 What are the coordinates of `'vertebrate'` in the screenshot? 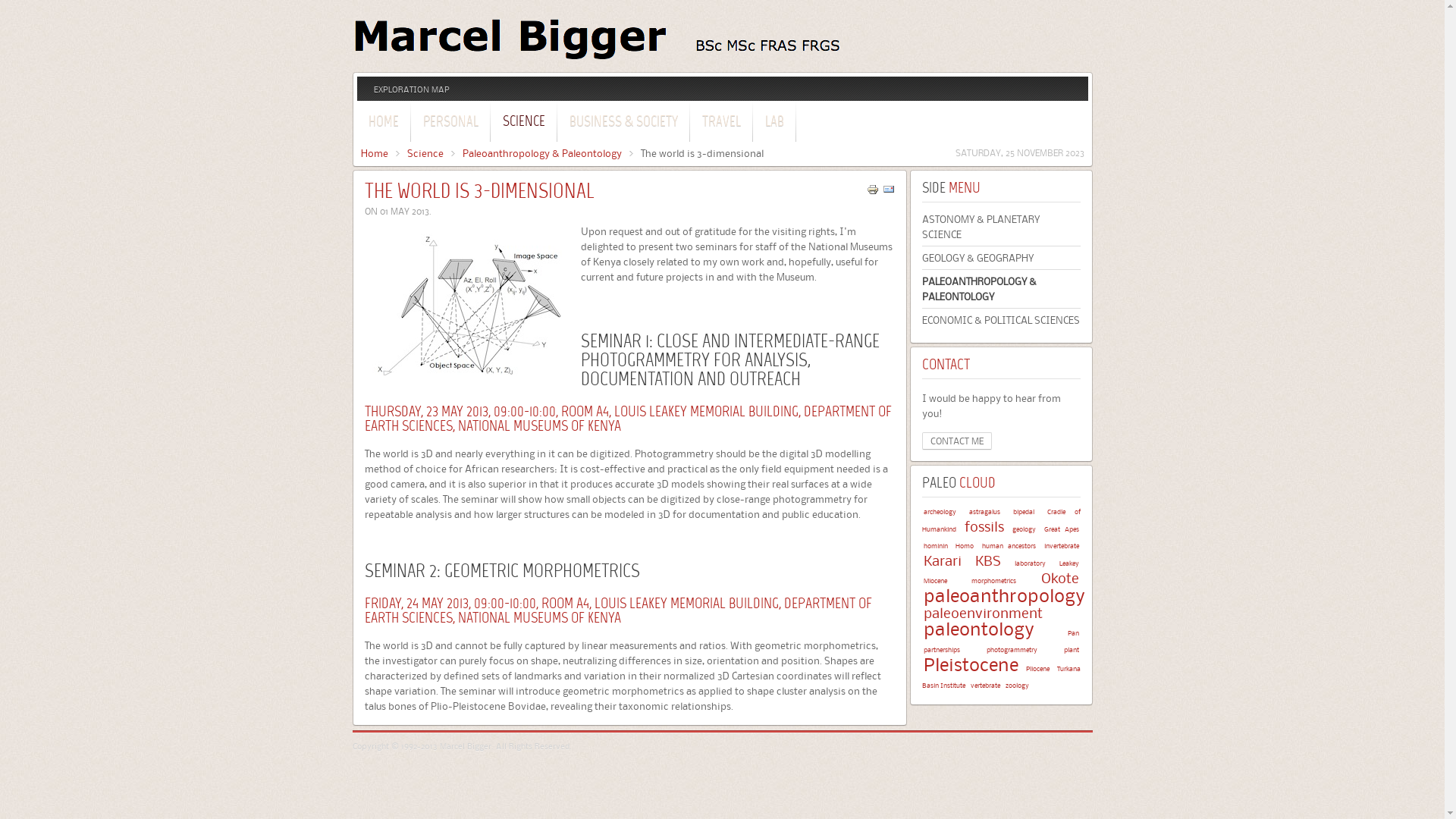 It's located at (985, 685).